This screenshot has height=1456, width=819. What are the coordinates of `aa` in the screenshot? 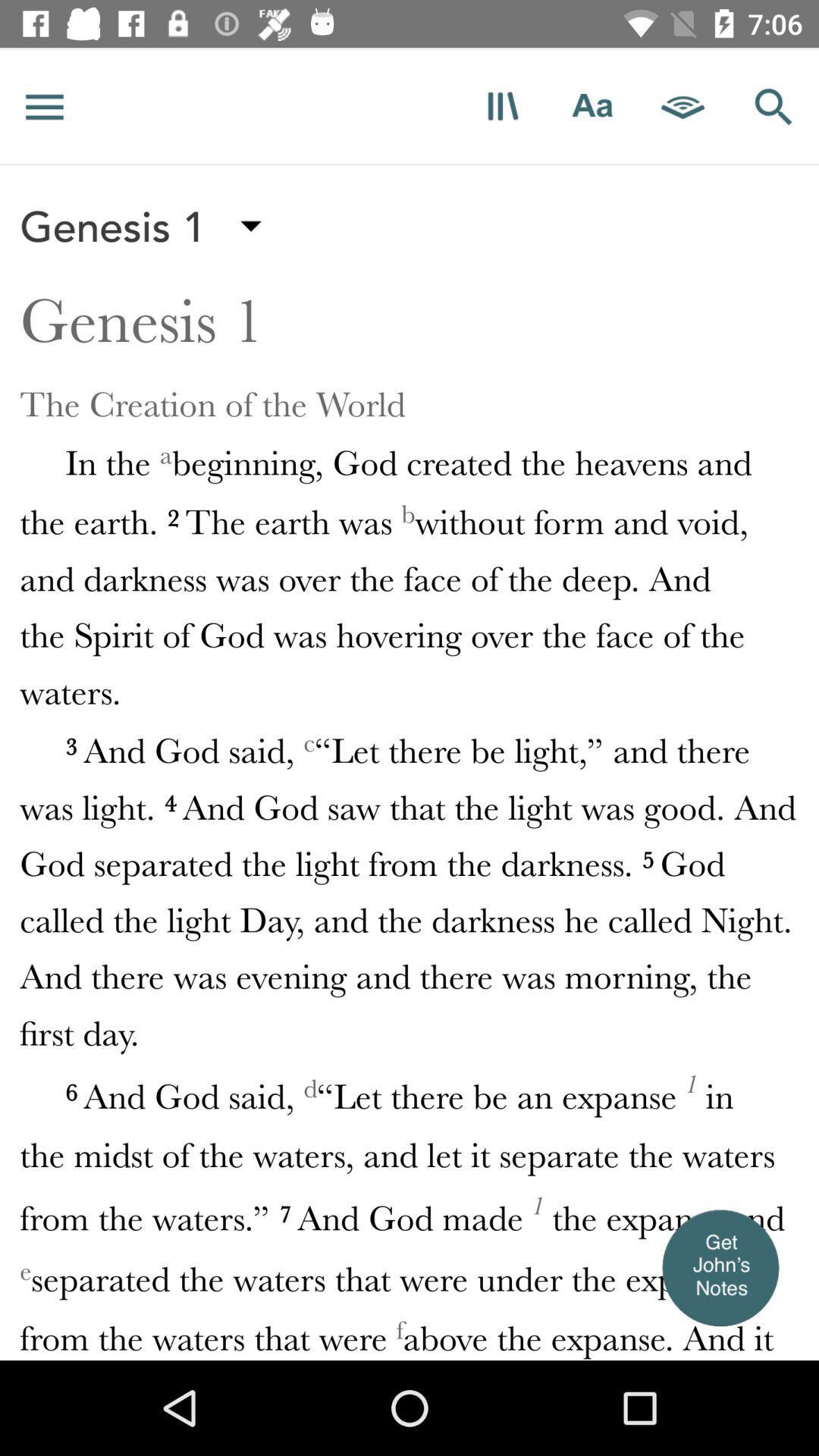 It's located at (591, 105).